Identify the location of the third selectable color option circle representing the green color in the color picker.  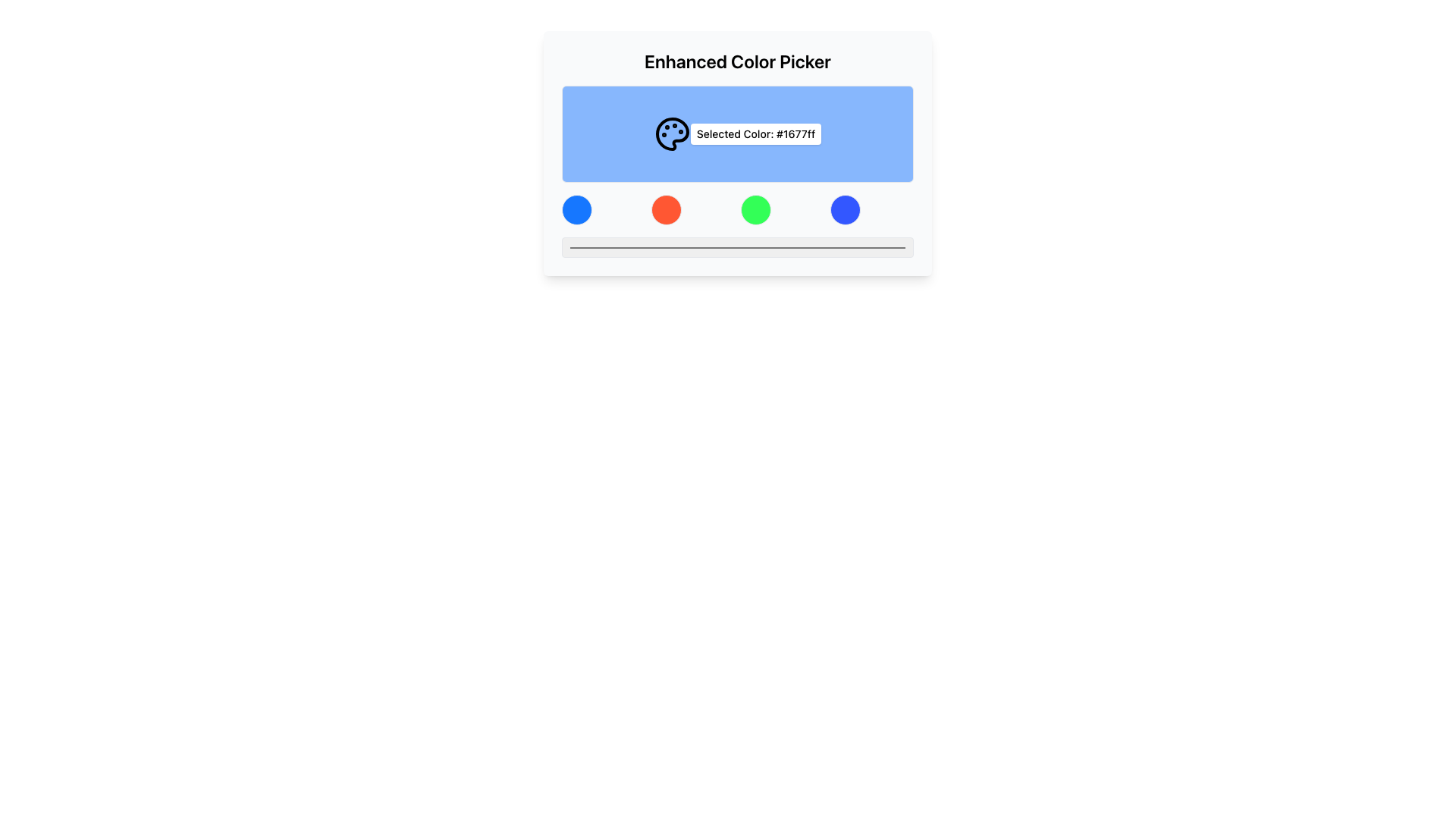
(756, 210).